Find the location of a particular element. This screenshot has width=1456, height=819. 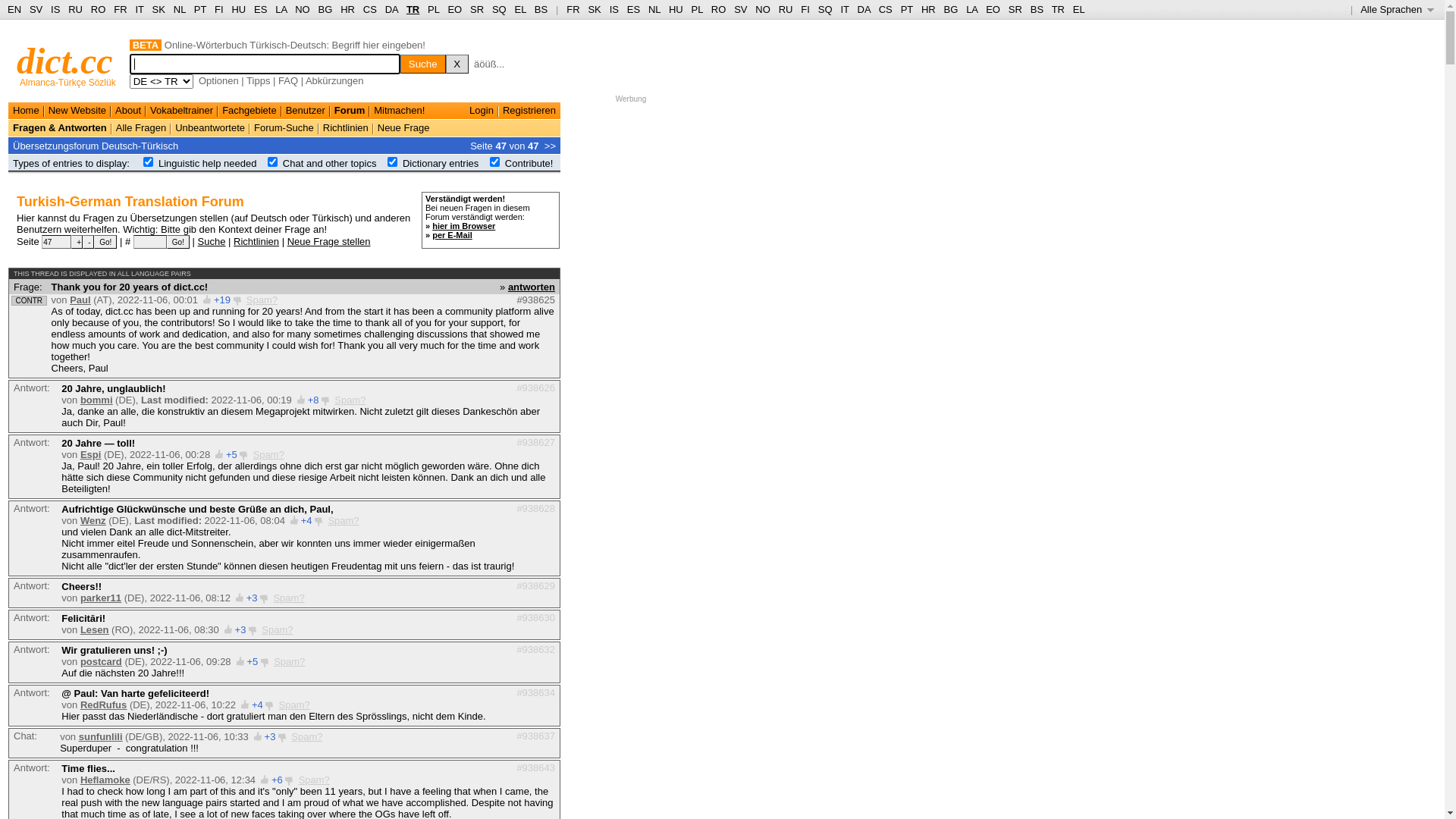

'SR' is located at coordinates (1015, 9).